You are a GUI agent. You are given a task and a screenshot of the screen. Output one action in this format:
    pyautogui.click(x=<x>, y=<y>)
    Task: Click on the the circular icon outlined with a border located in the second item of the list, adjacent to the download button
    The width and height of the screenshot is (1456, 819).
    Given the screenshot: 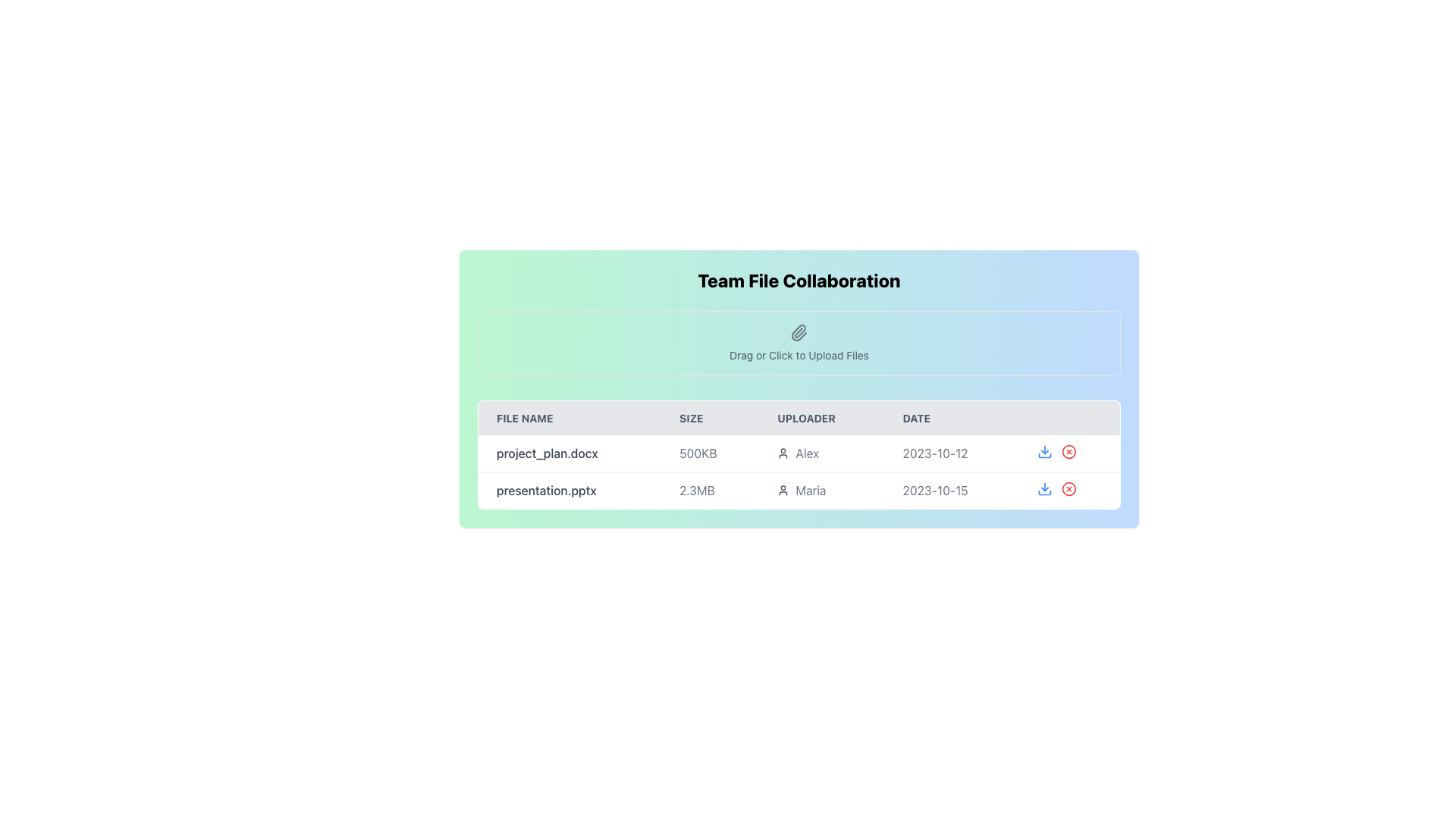 What is the action you would take?
    pyautogui.click(x=1068, y=488)
    